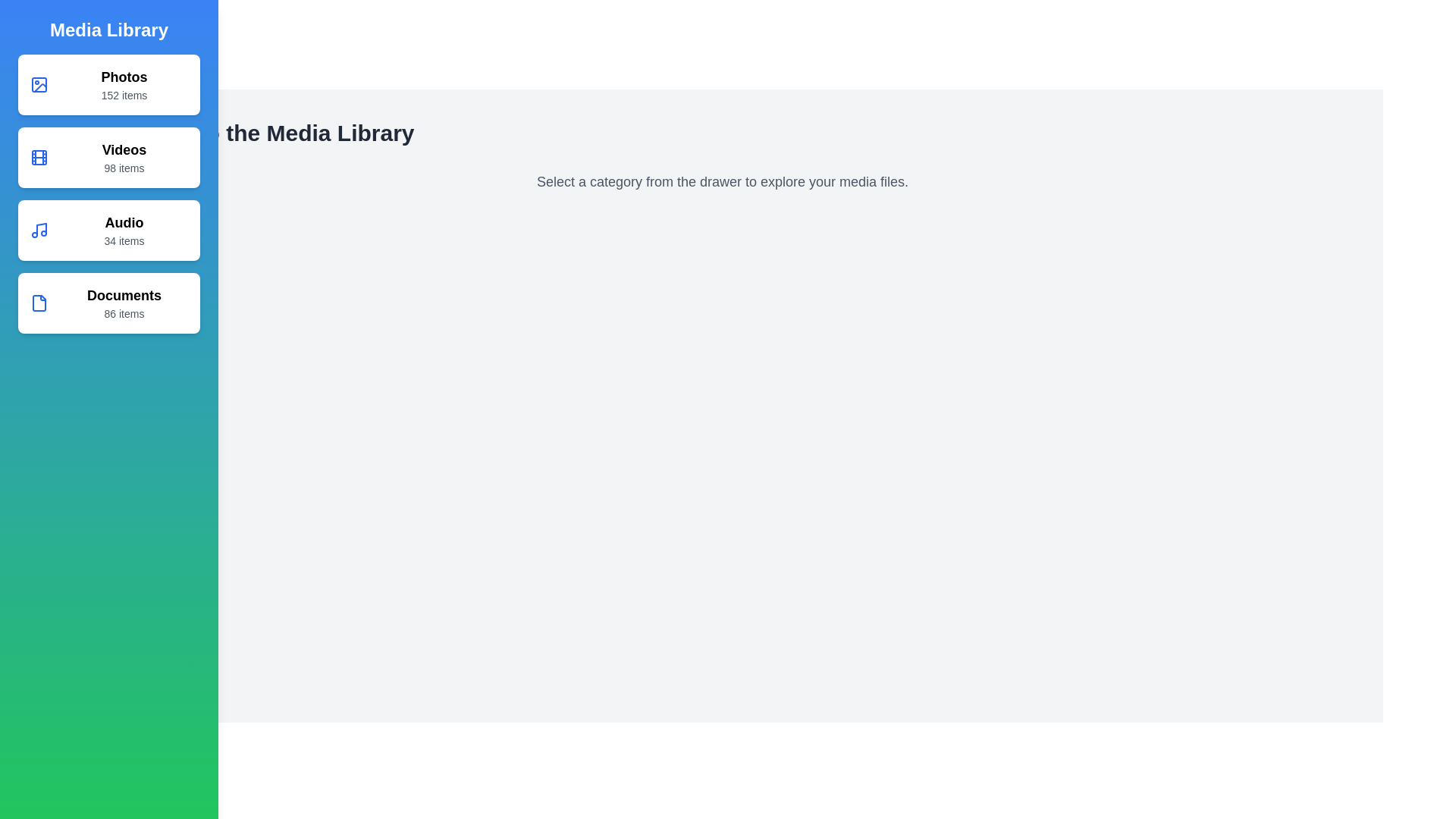 The image size is (1456, 819). Describe the element at coordinates (108, 158) in the screenshot. I see `the media category Videos from the list` at that location.